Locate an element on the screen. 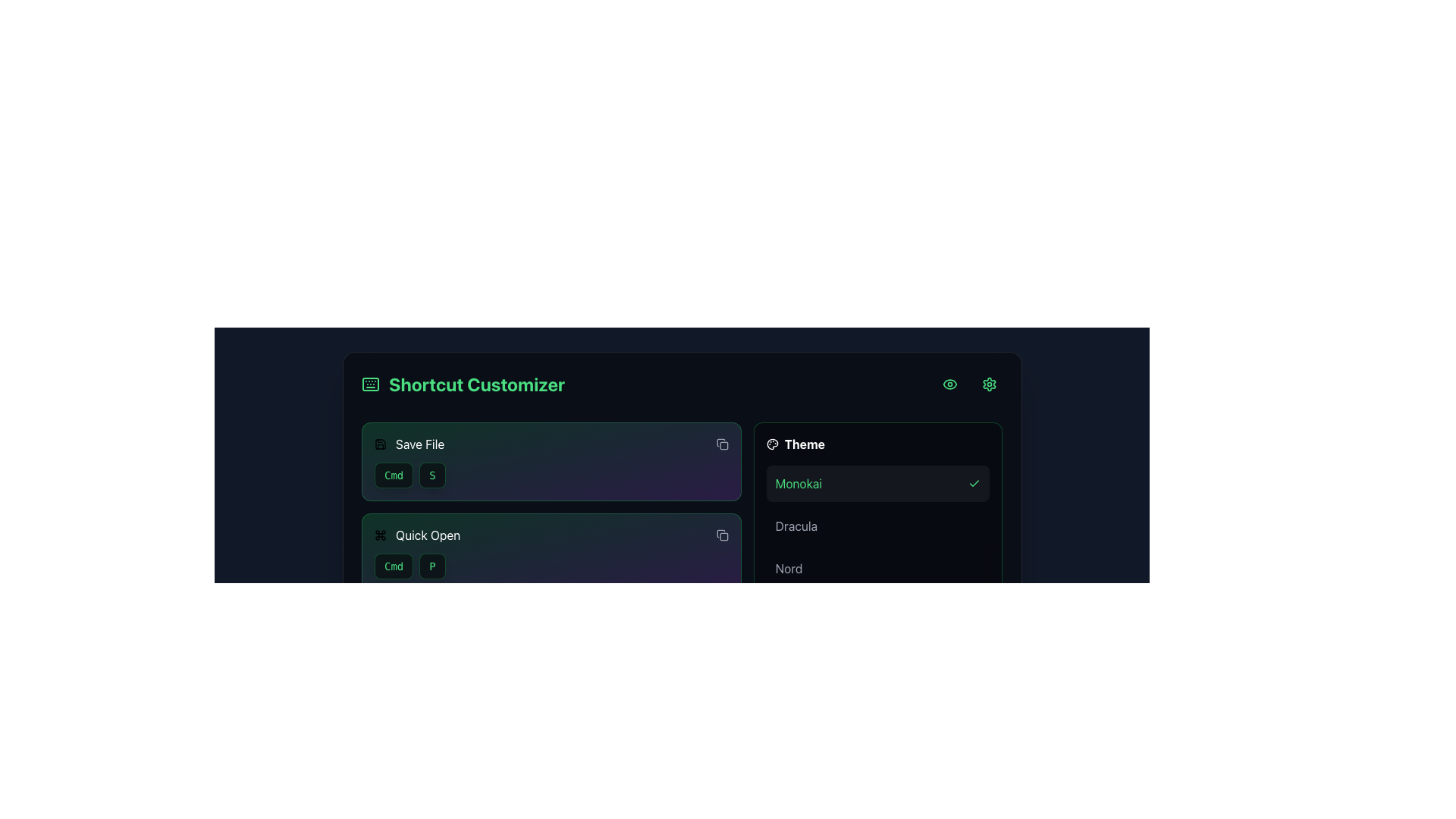 This screenshot has height=819, width=1456. the control button icon resembling a grid of four circular elements within the 'Shortcut Customizer' panel, associated with the 'Quick Open' label is located at coordinates (380, 534).